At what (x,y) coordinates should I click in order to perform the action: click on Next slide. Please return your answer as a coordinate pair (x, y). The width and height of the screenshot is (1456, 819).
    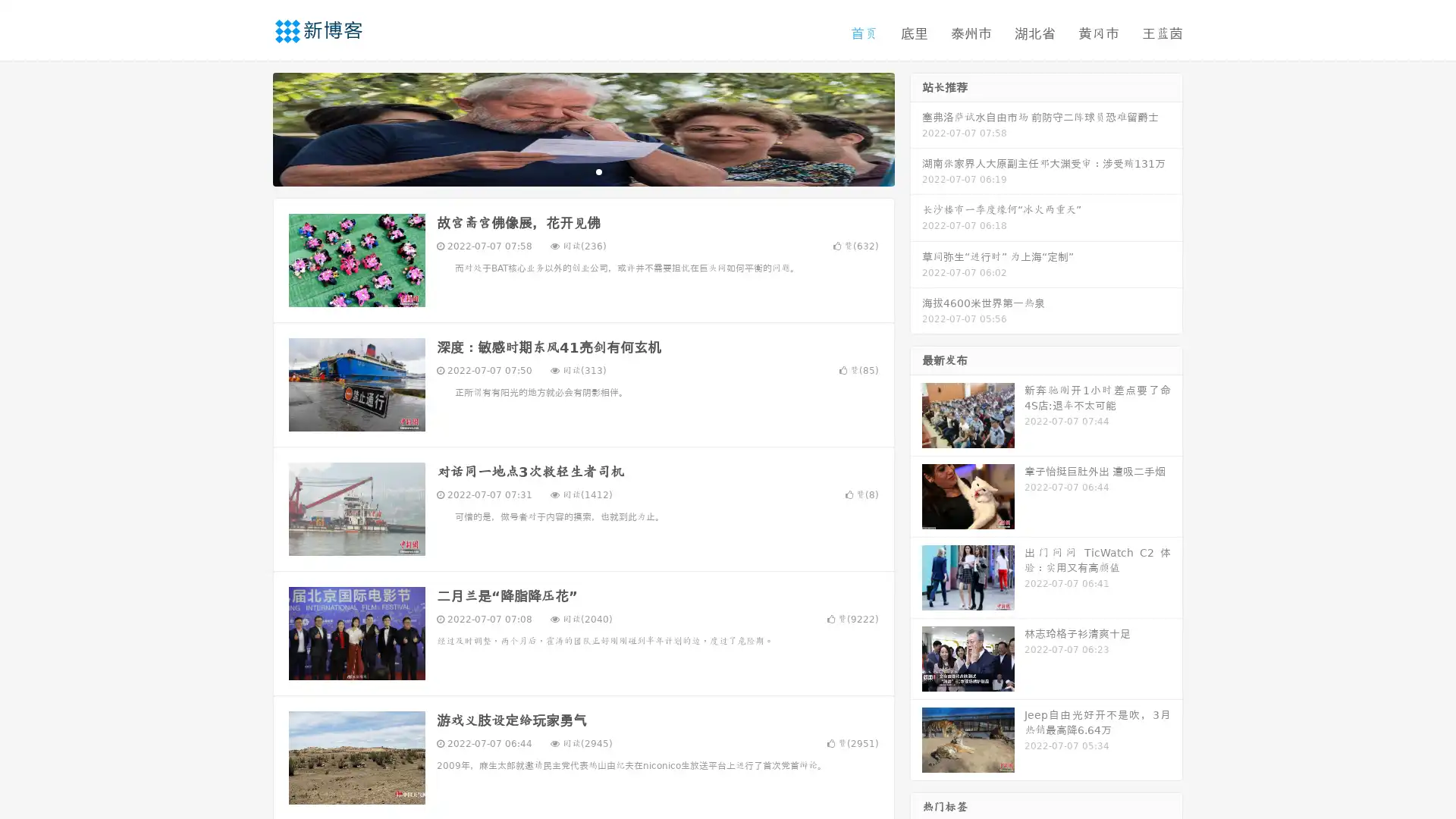
    Looking at the image, I should click on (916, 127).